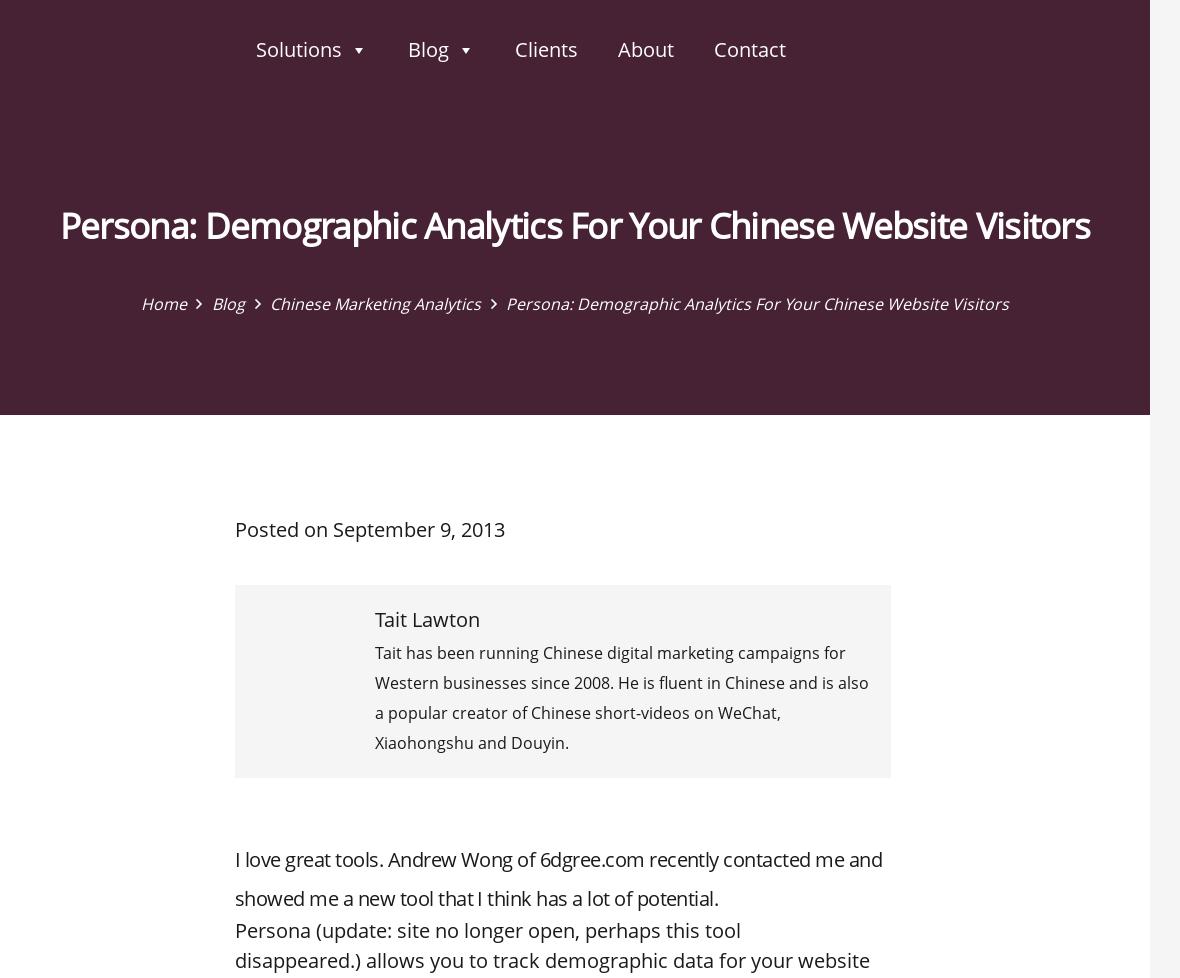  Describe the element at coordinates (558, 878) in the screenshot. I see `'I love great tools. Andrew Wong of 6dgree.com recently contacted me and showed me a new tool that I think has a lot of potential.'` at that location.